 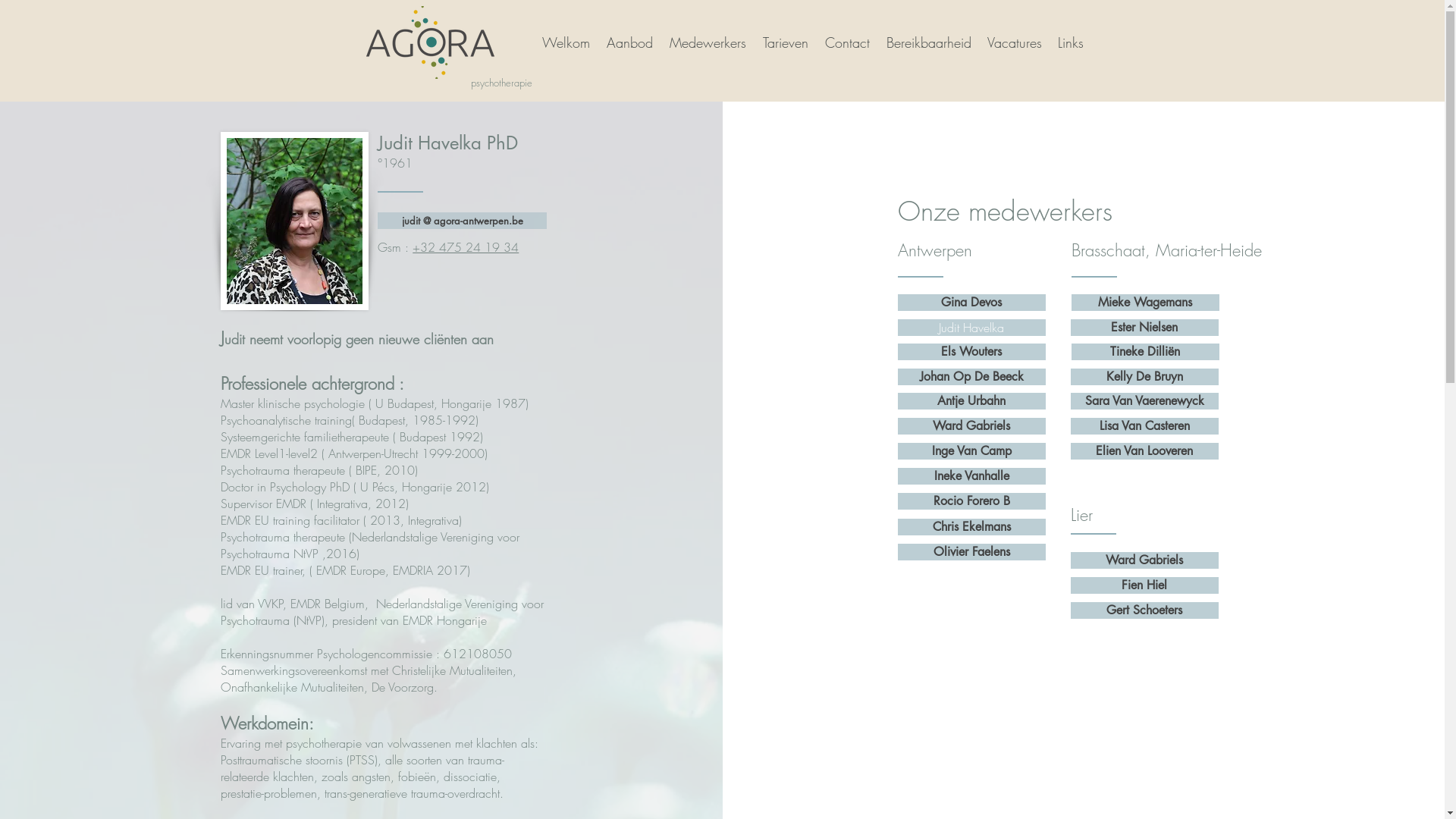 What do you see at coordinates (898, 376) in the screenshot?
I see `'Johan Op De Beeck'` at bounding box center [898, 376].